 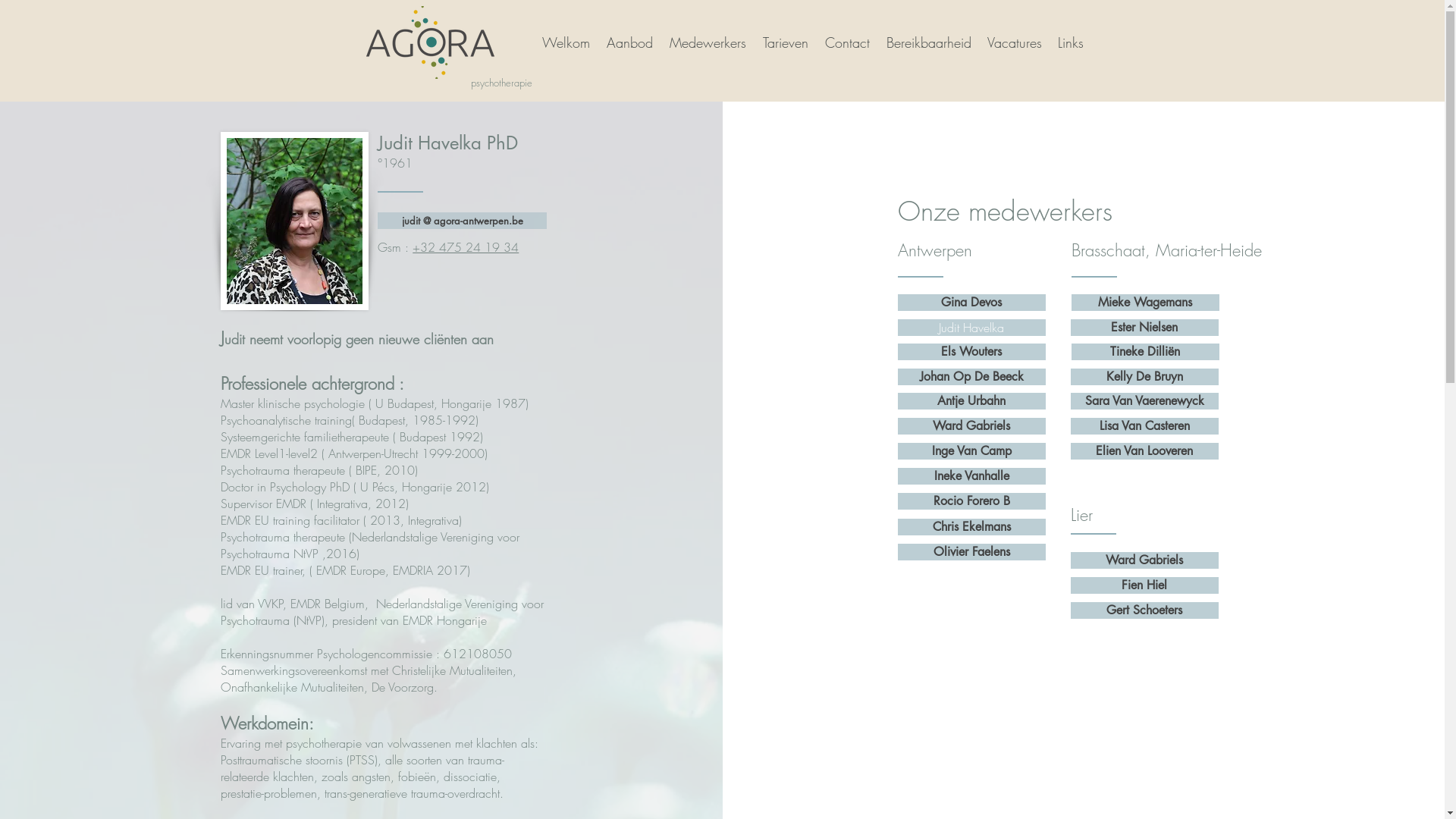 What do you see at coordinates (898, 376) in the screenshot?
I see `'Johan Op De Beeck'` at bounding box center [898, 376].